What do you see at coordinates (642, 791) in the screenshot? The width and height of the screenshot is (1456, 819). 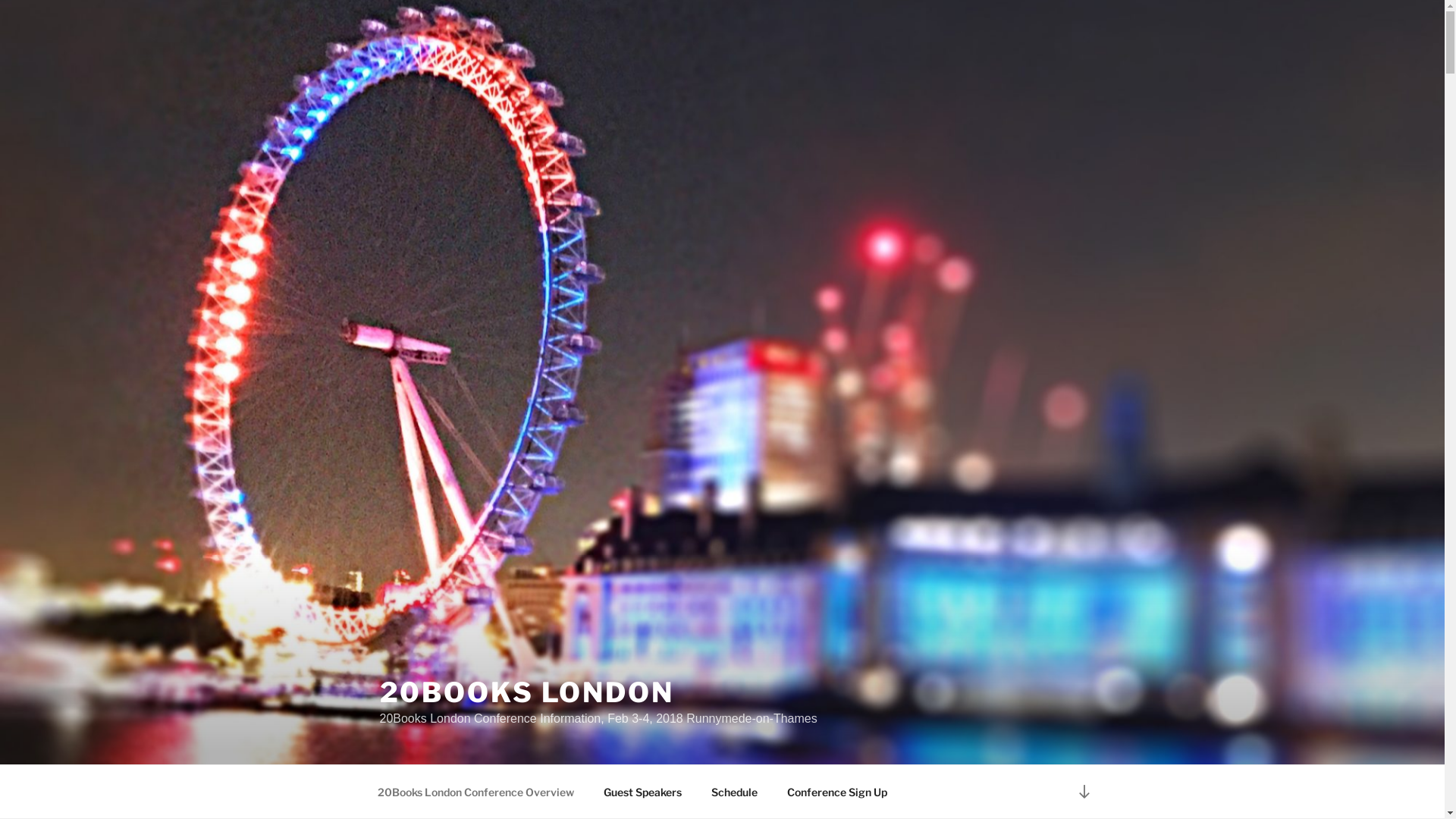 I see `'Guest Speakers'` at bounding box center [642, 791].